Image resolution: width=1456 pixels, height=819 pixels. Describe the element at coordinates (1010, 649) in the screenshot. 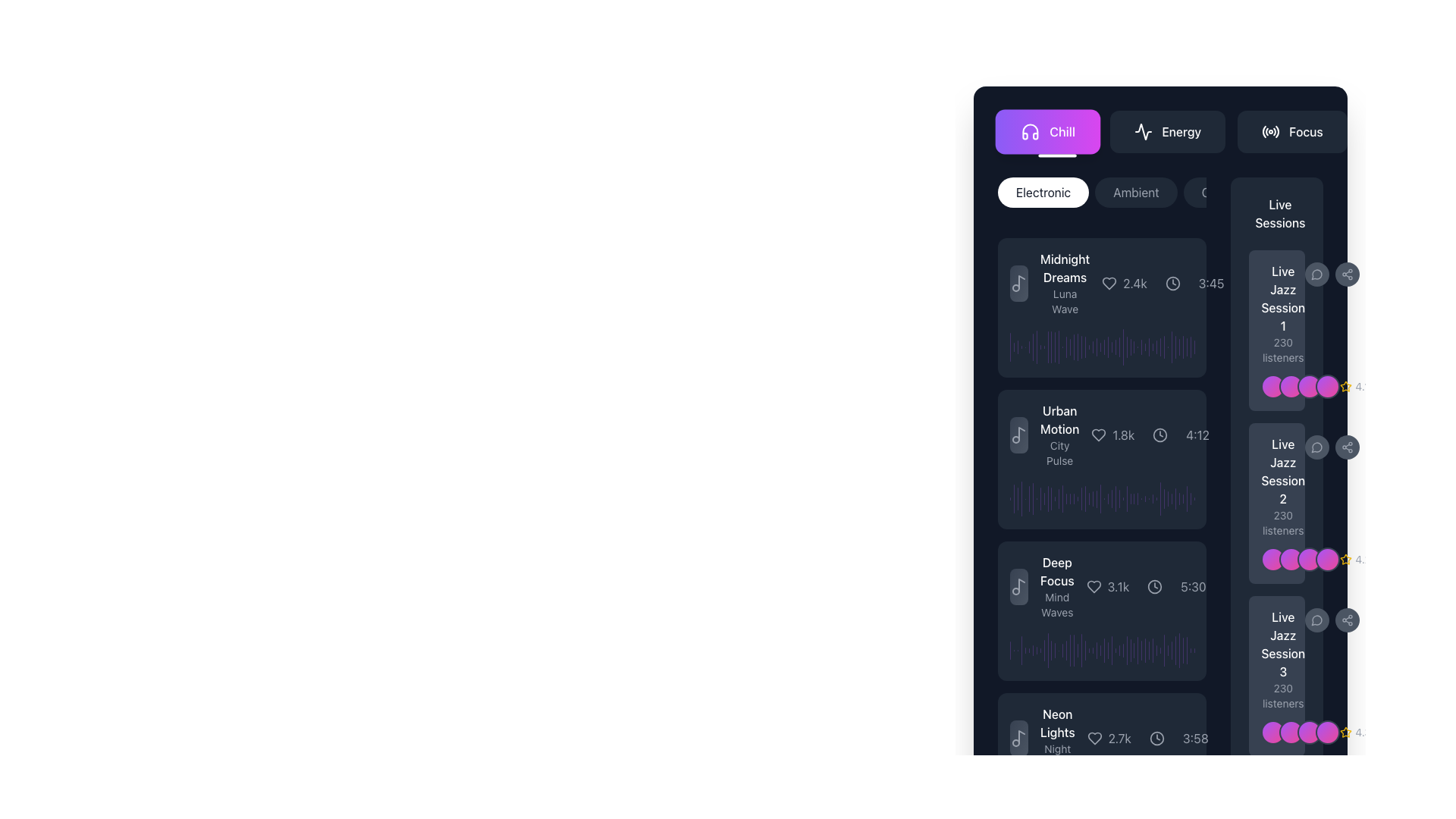

I see `the first vertical Waveform Bar Segment, which is a slim purple bar with rounded edges in the 'Deep Focus' music track card` at that location.